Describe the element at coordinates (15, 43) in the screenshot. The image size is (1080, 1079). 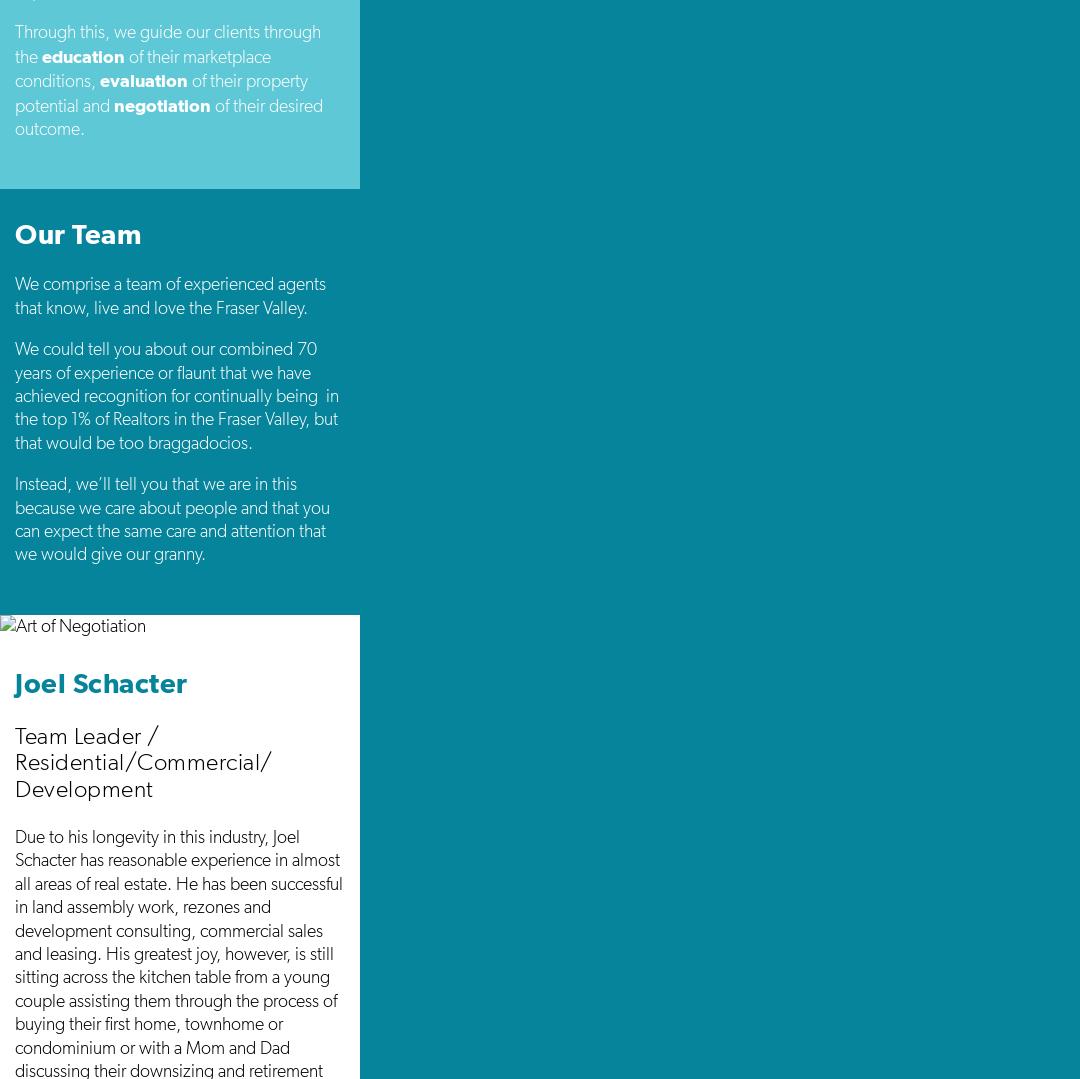
I see `'Through this, we guide our clients through the'` at that location.